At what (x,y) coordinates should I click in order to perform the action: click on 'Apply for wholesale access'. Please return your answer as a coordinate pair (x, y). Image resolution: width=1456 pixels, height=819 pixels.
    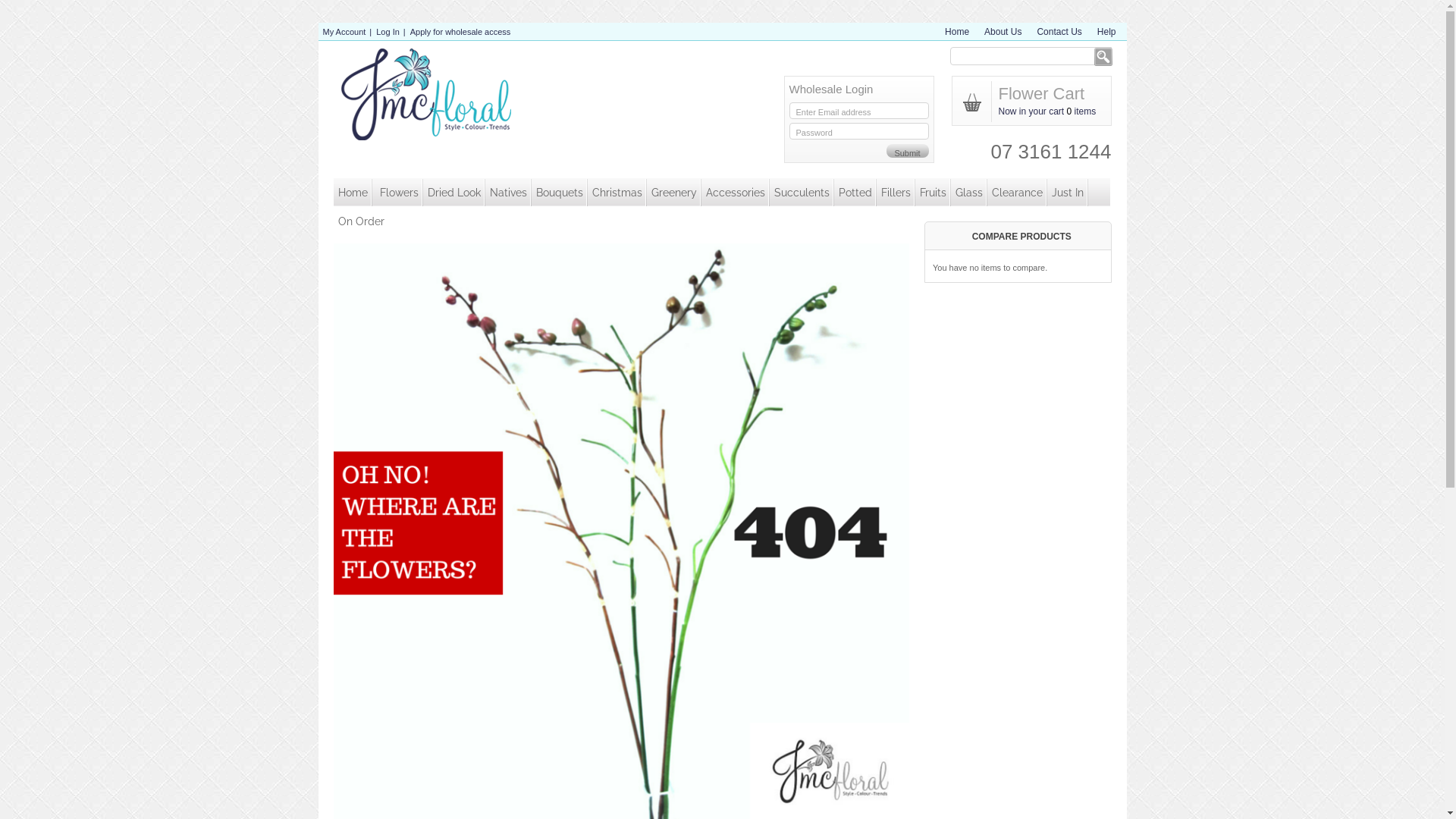
    Looking at the image, I should click on (459, 32).